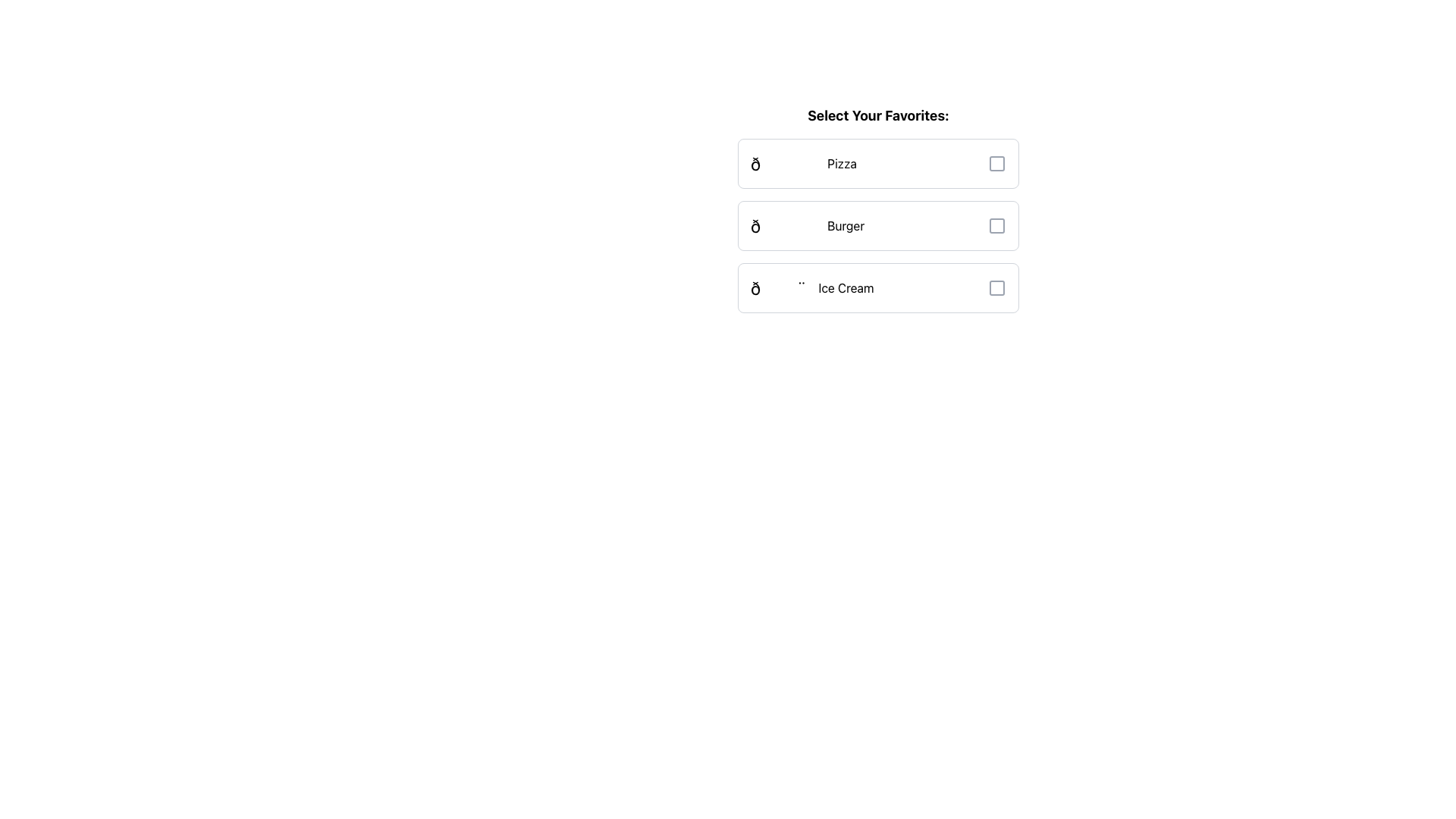 The image size is (1456, 819). Describe the element at coordinates (997, 225) in the screenshot. I see `the decorative rectangular outline or icon located to the right of the Burger label in the second row of the vertical list` at that location.